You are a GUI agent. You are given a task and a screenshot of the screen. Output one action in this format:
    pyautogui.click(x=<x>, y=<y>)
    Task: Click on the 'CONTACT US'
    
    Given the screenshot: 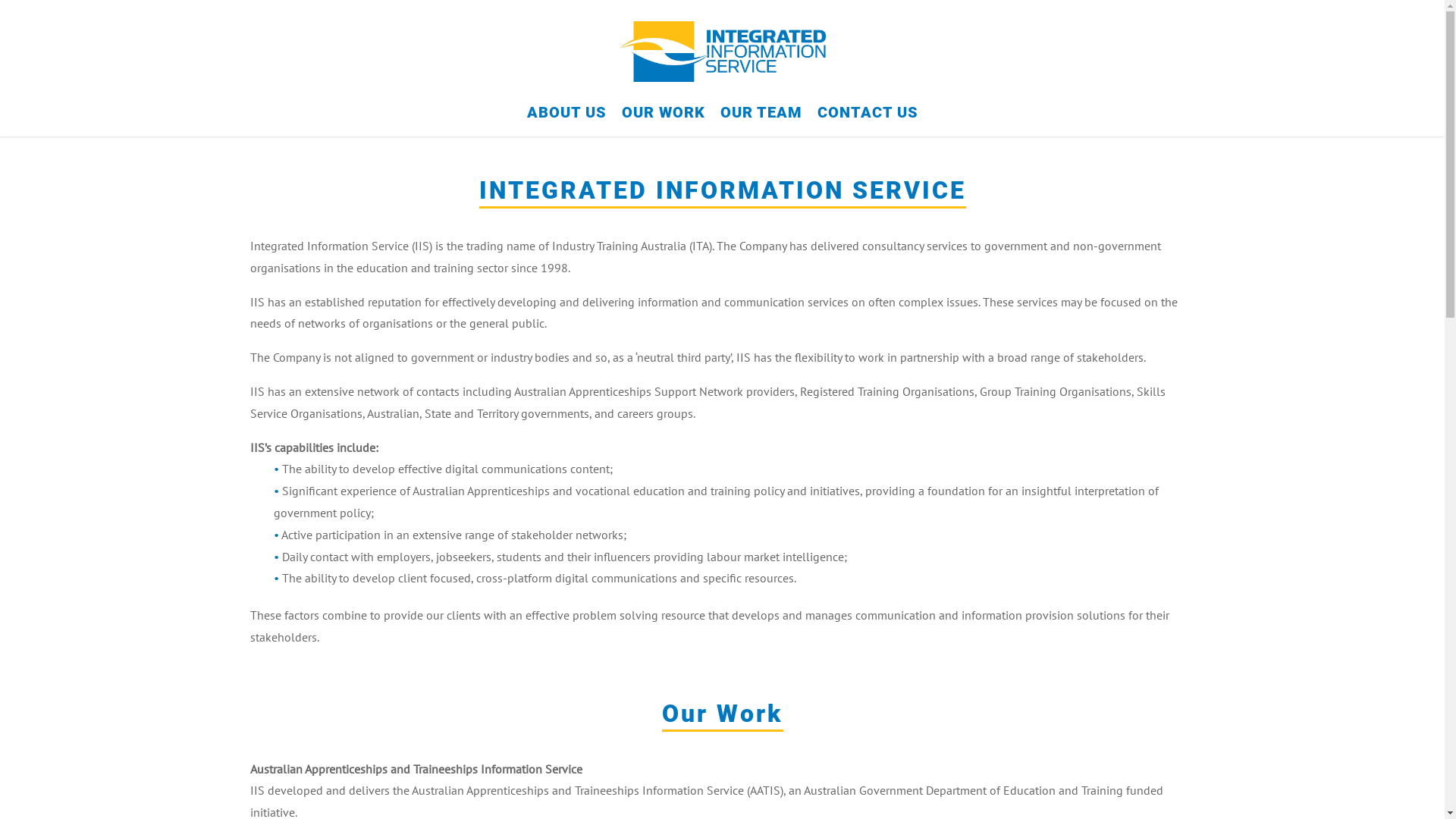 What is the action you would take?
    pyautogui.click(x=868, y=119)
    